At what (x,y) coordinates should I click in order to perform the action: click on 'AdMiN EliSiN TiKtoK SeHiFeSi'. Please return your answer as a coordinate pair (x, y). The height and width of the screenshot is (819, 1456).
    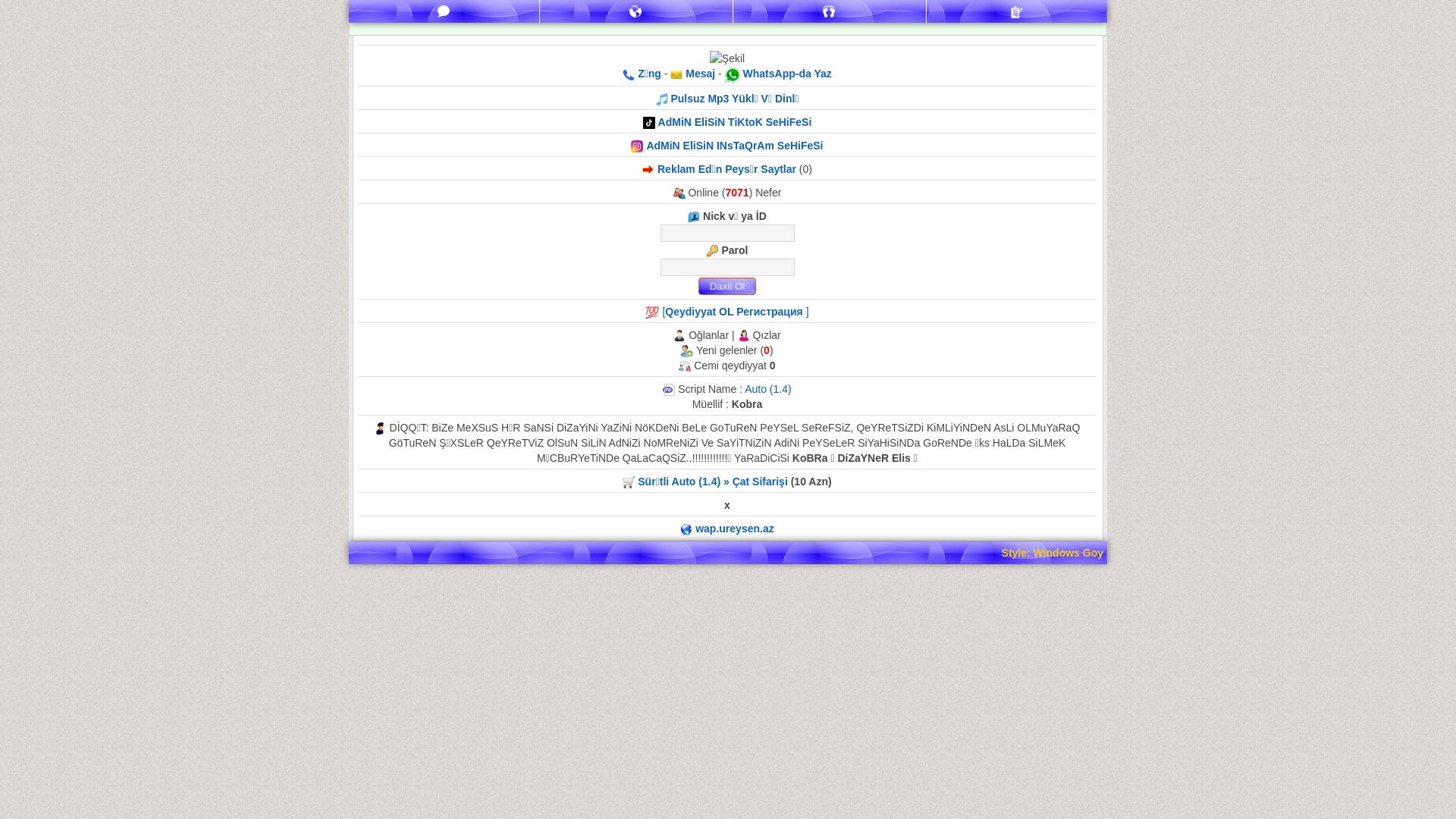
    Looking at the image, I should click on (735, 121).